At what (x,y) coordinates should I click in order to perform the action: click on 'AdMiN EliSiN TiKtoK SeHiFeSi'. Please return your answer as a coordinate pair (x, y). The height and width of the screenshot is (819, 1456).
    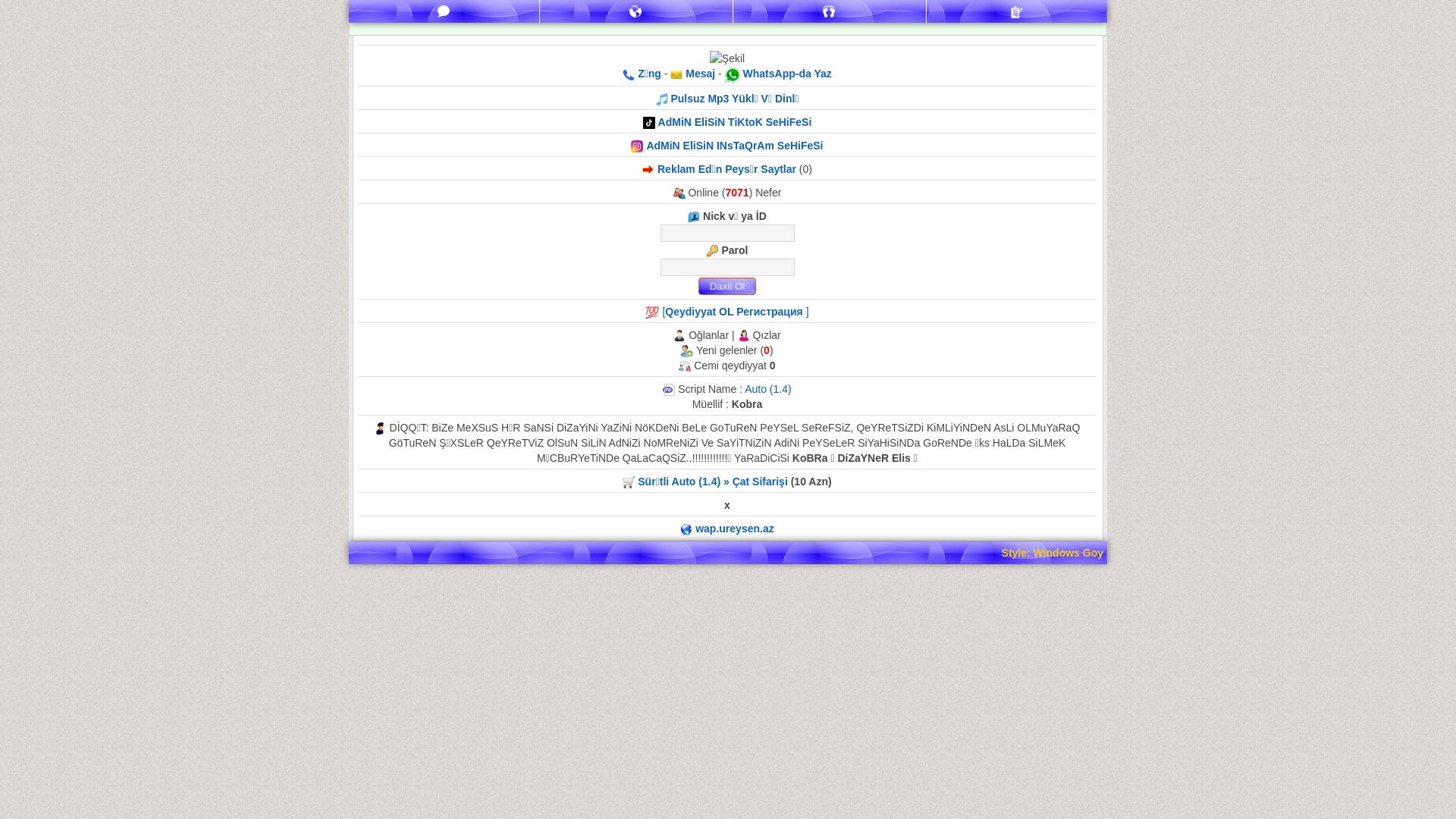
    Looking at the image, I should click on (735, 121).